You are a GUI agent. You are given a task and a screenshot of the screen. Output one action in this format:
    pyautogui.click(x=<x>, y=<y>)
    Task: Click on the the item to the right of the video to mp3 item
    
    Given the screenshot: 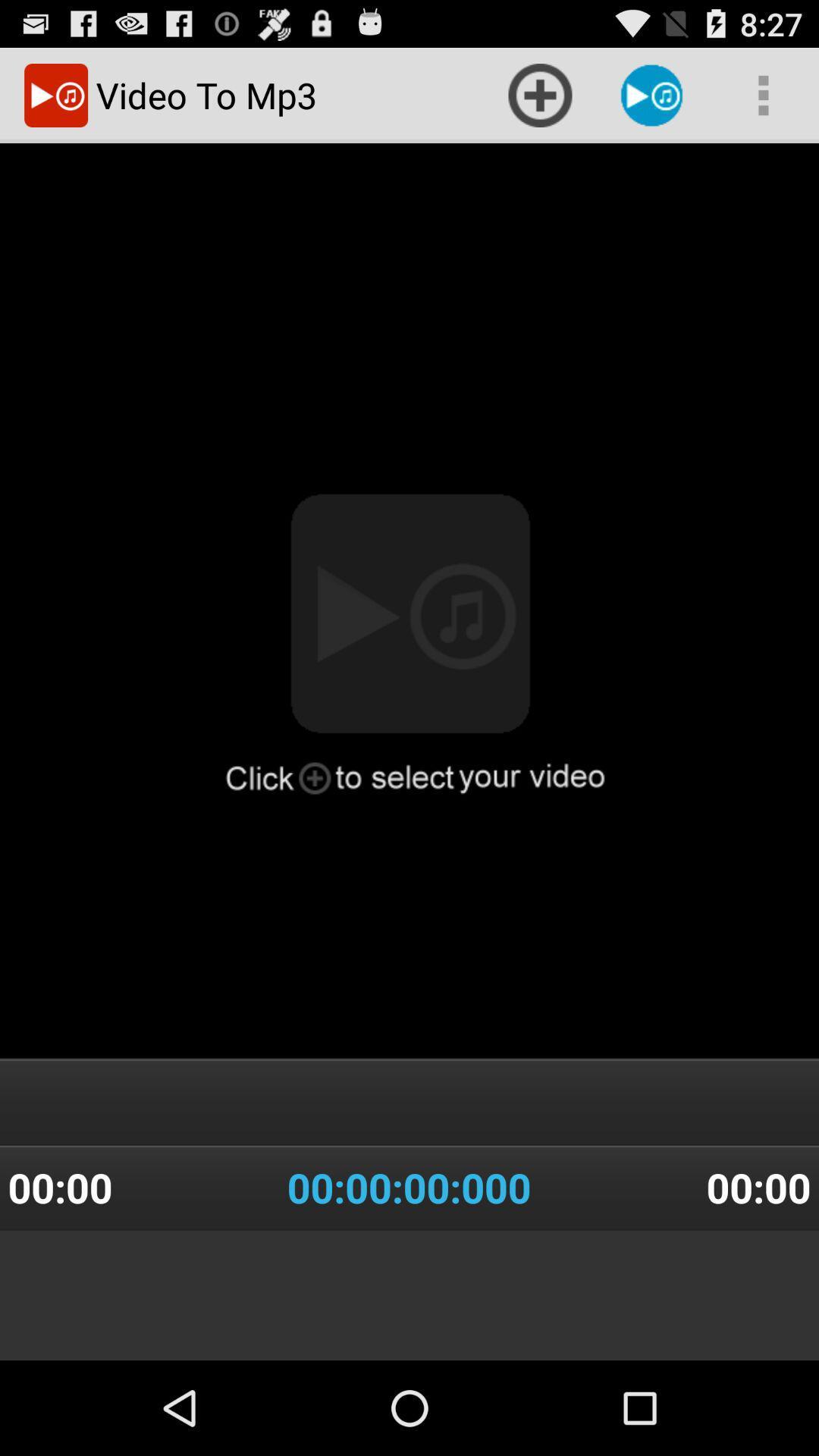 What is the action you would take?
    pyautogui.click(x=539, y=94)
    